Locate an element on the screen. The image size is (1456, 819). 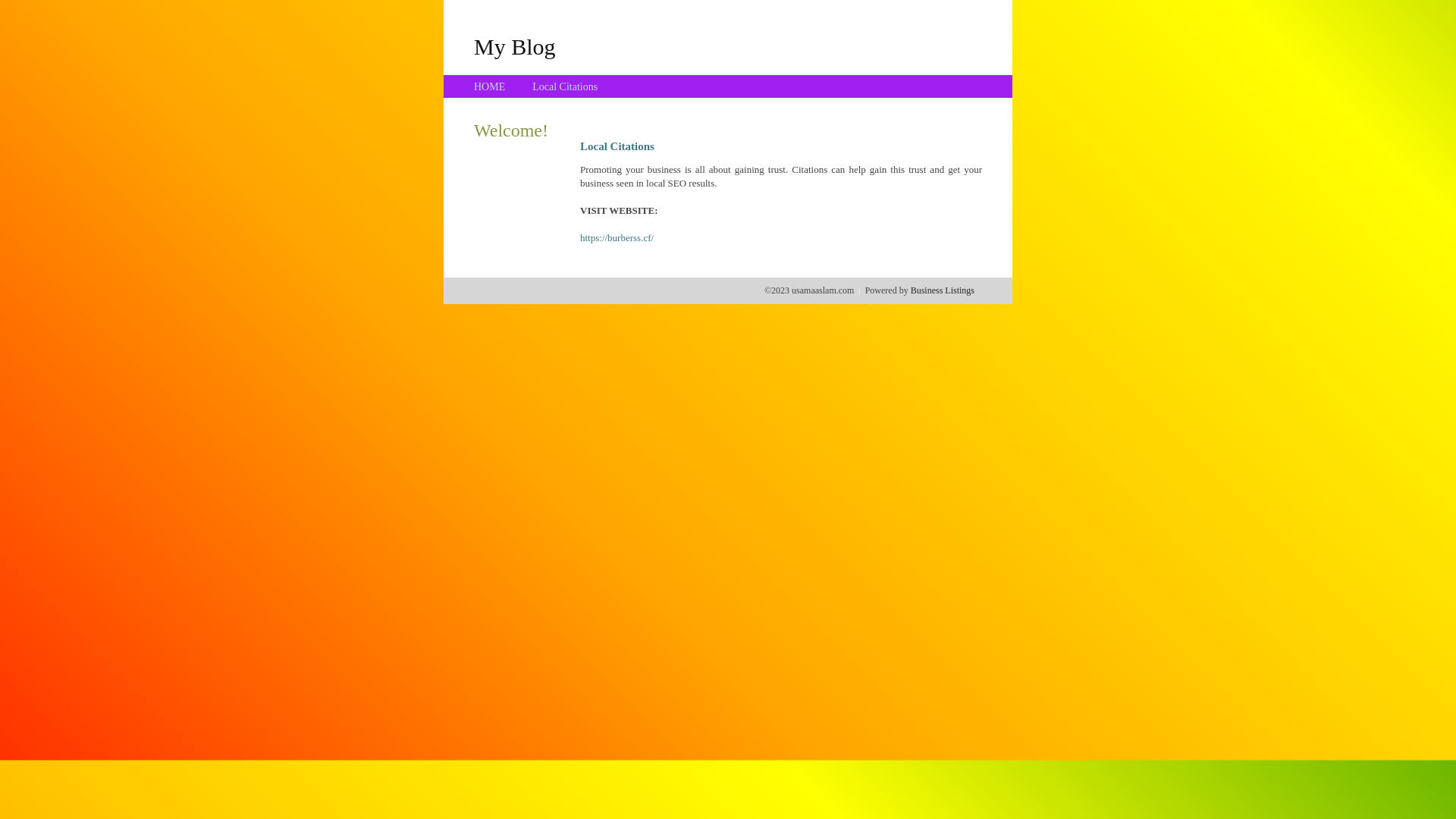
'https://burberss.cf/' is located at coordinates (617, 237).